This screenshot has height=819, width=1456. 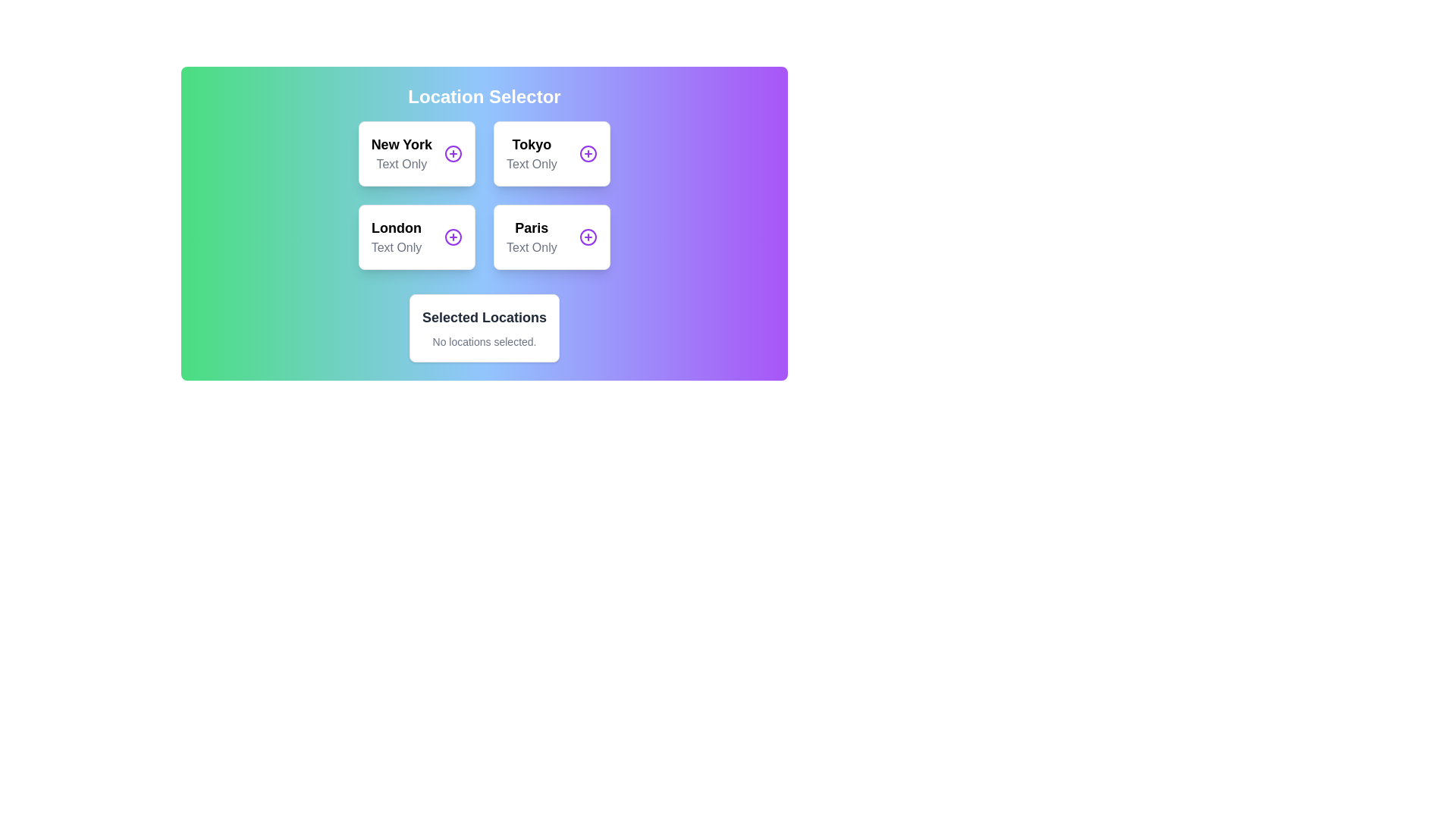 What do you see at coordinates (588, 237) in the screenshot?
I see `the circular action button with a plus symbol located at the bottom-right corner of the card for 'Paris'` at bounding box center [588, 237].